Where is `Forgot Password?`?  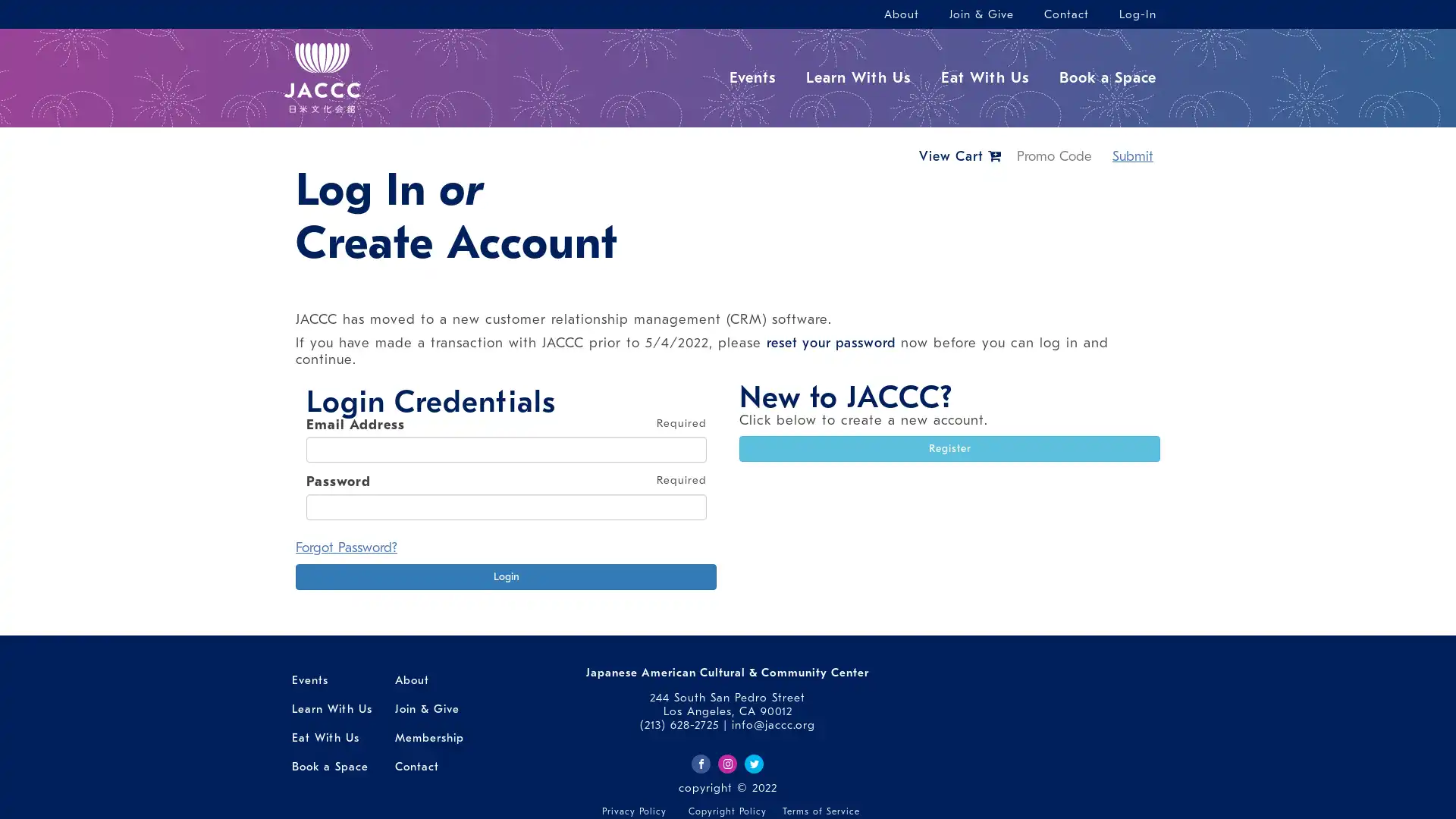
Forgot Password? is located at coordinates (345, 548).